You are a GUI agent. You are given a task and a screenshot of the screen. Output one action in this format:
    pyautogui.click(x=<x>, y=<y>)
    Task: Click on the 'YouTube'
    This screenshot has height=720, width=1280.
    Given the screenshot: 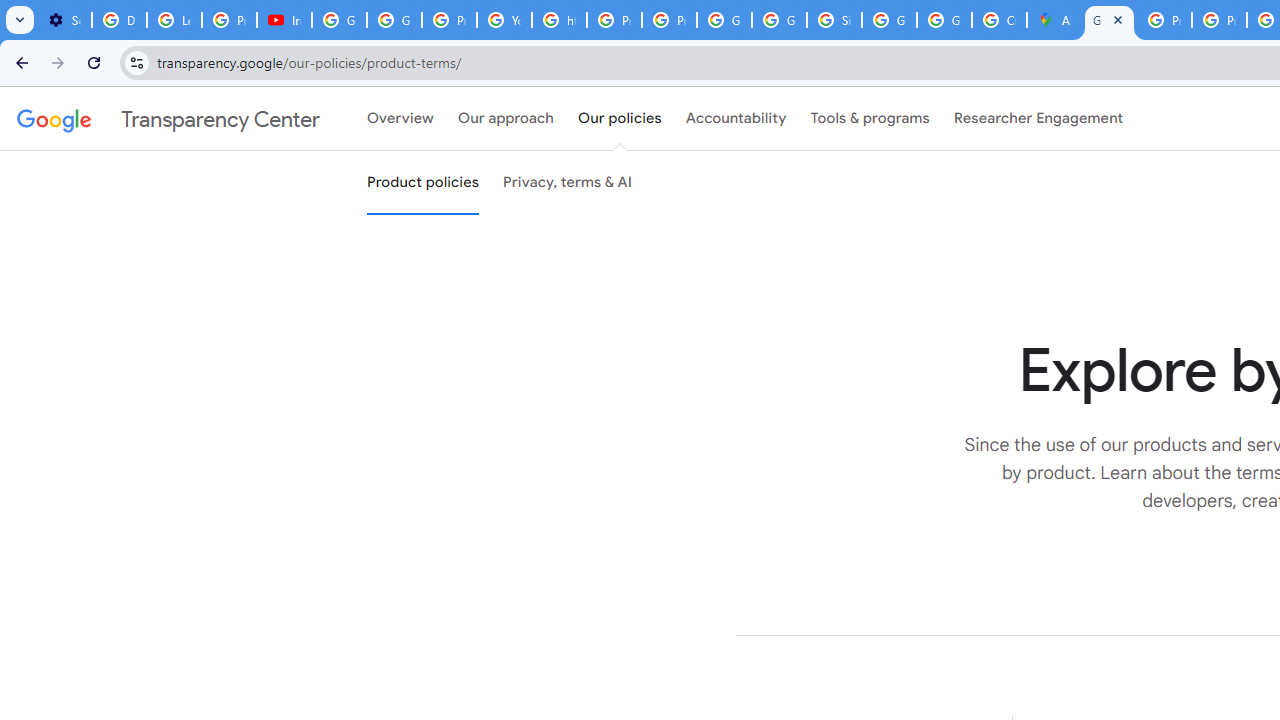 What is the action you would take?
    pyautogui.click(x=504, y=20)
    